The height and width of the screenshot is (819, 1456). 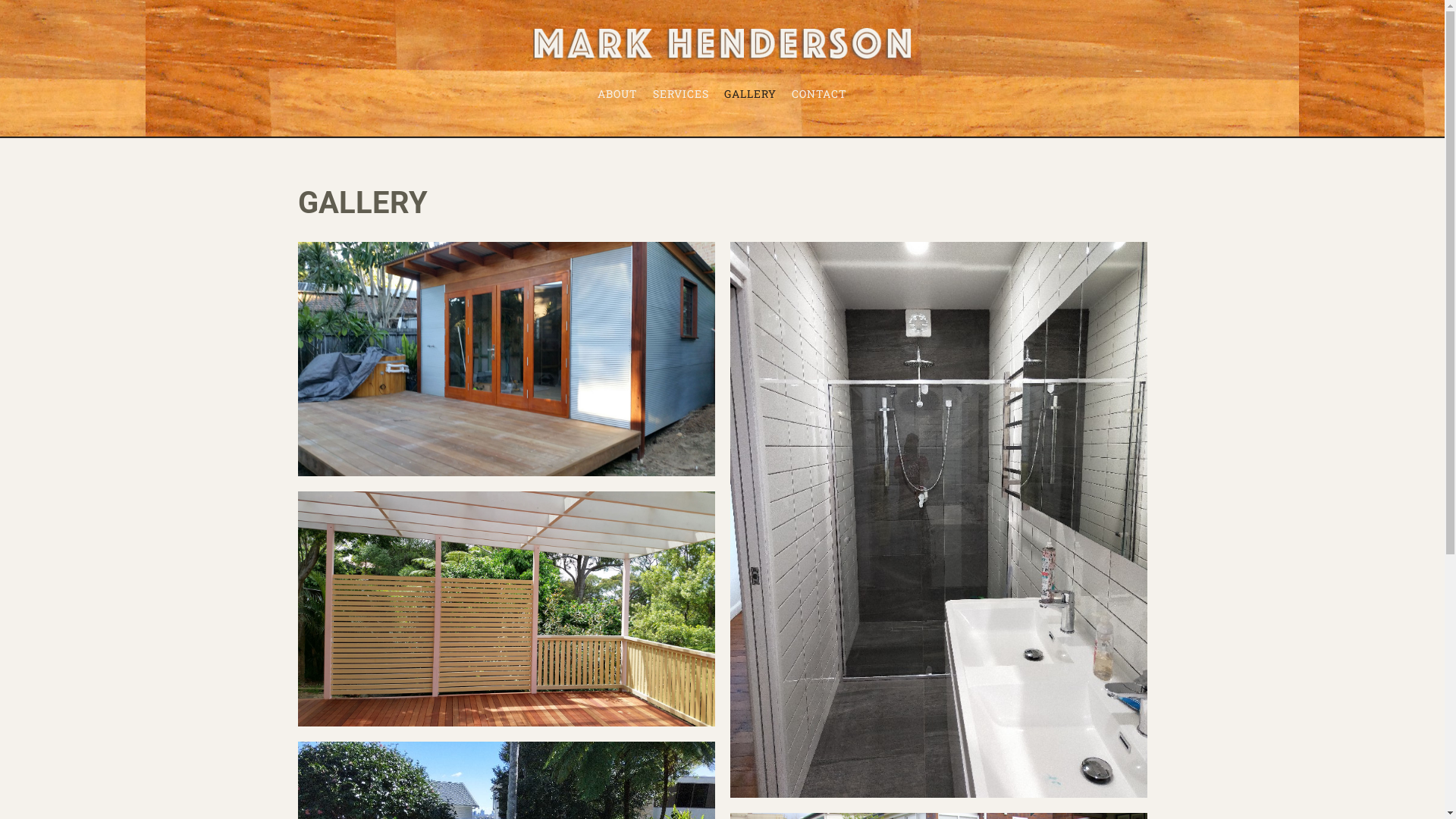 I want to click on 'SERVICES', so click(x=679, y=93).